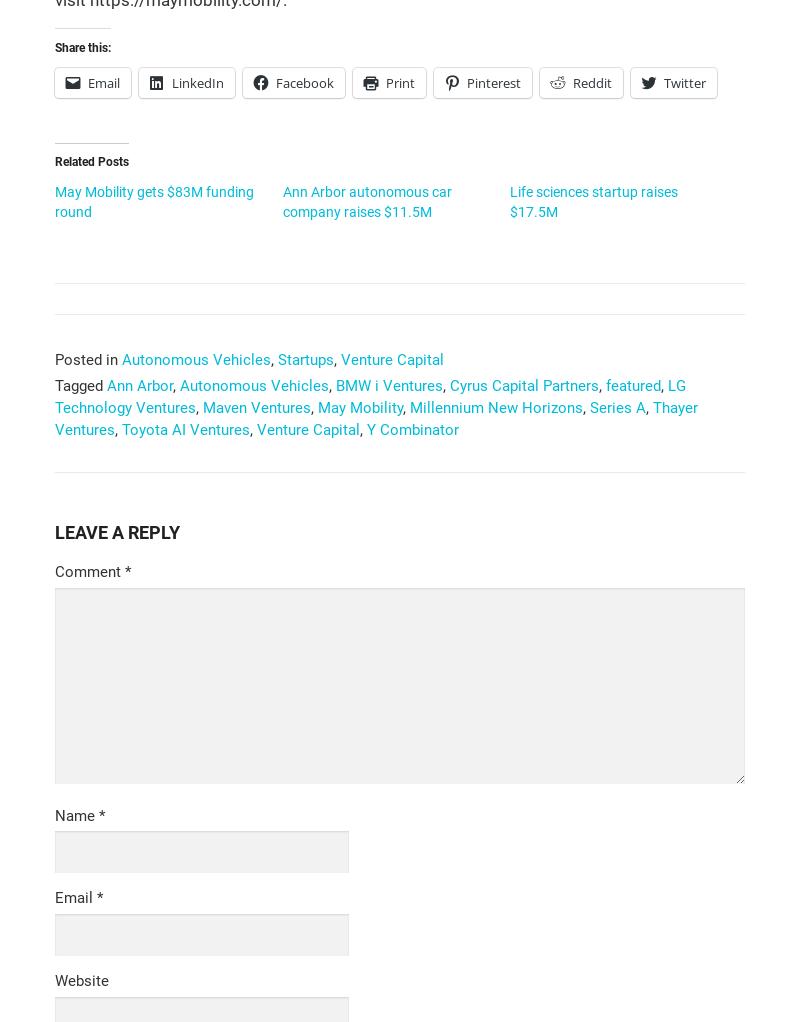 The width and height of the screenshot is (800, 1022). Describe the element at coordinates (317, 407) in the screenshot. I see `'May Mobility'` at that location.